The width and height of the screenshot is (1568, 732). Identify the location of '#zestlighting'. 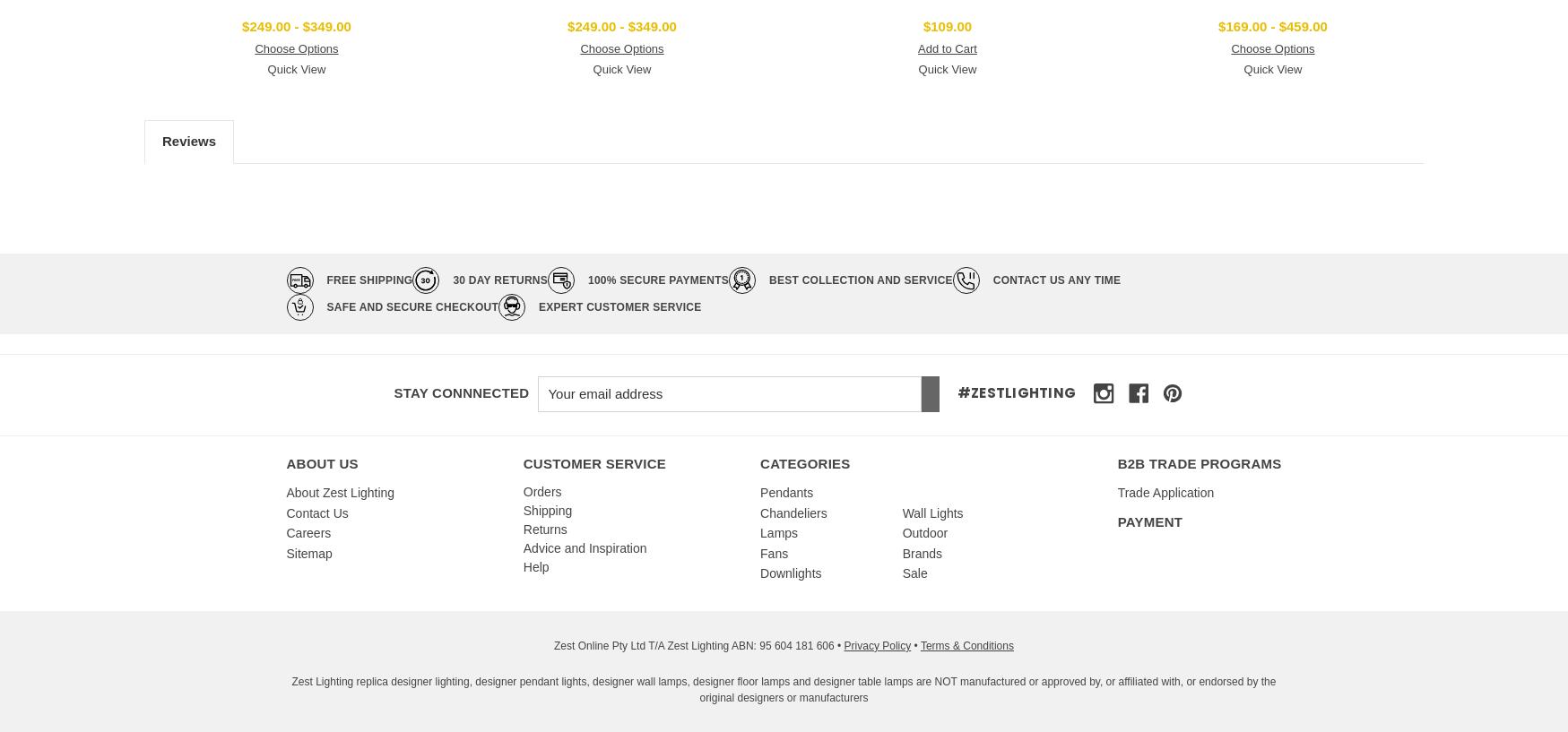
(1015, 392).